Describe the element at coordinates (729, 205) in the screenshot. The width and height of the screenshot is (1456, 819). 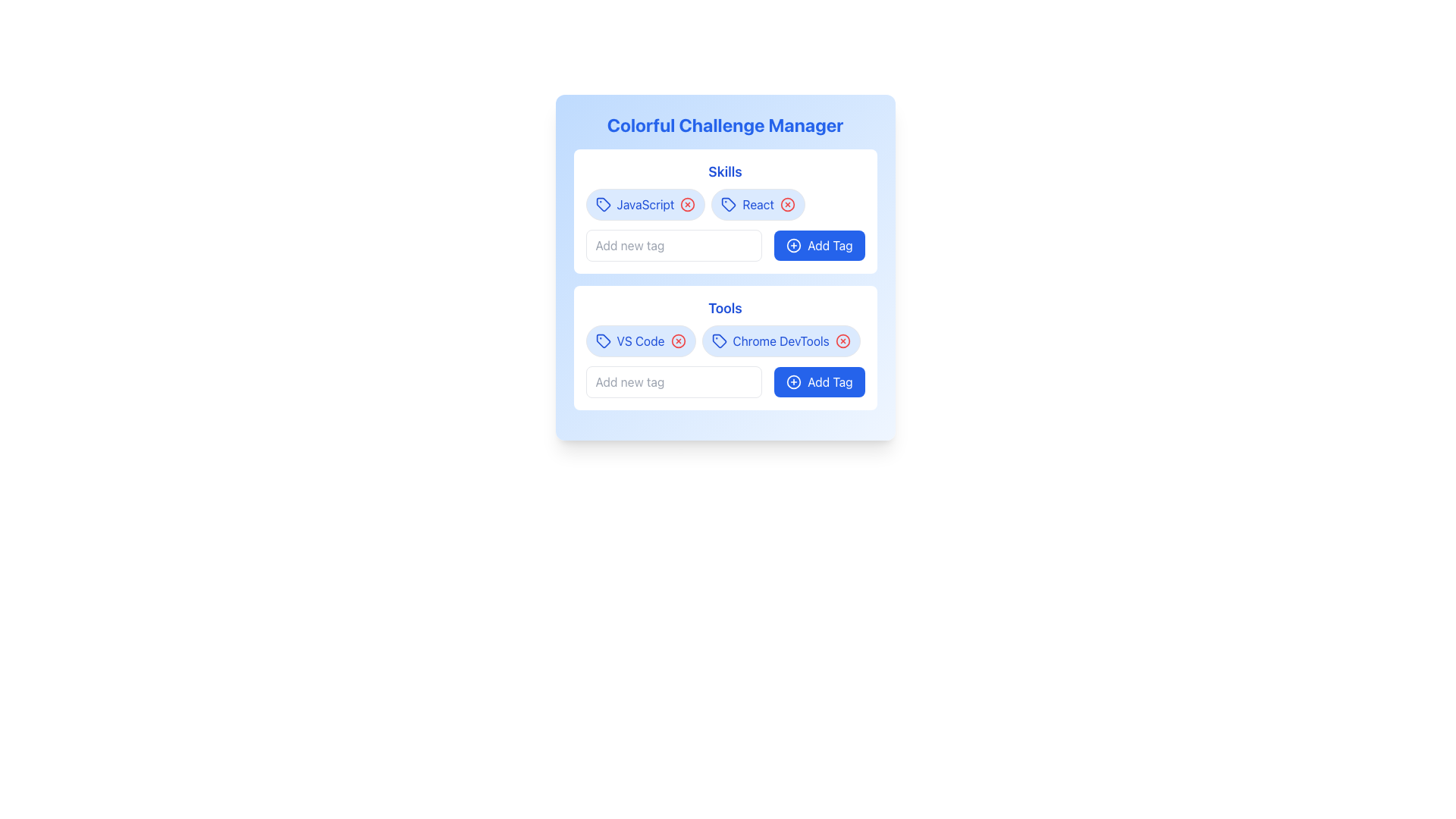
I see `the tag icon representing a skill in the second position under the 'Skills' section of the 'Colorful Challenge Manager'` at that location.